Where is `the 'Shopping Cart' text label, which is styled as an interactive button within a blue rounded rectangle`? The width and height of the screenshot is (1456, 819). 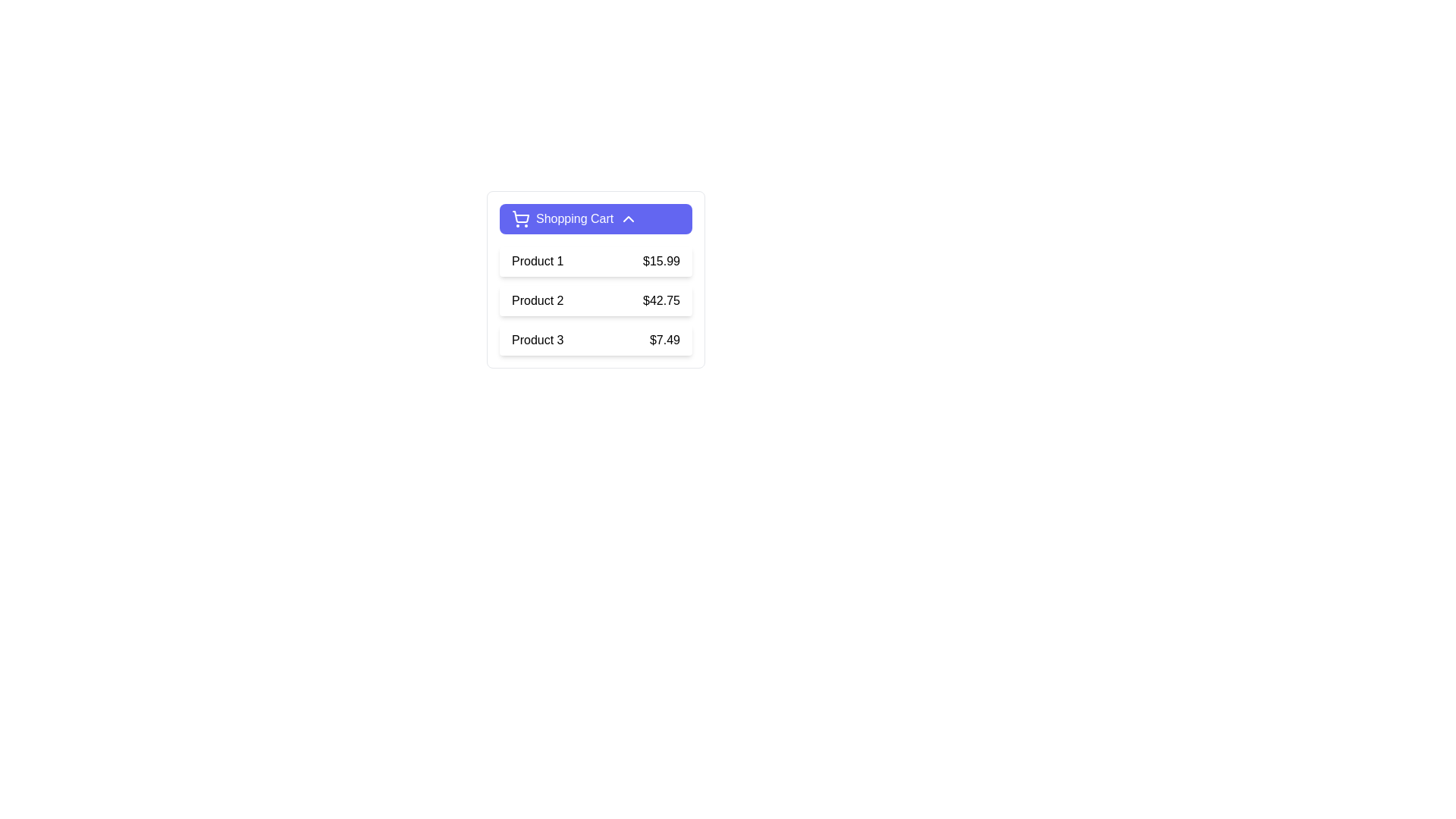
the 'Shopping Cart' text label, which is styled as an interactive button within a blue rounded rectangle is located at coordinates (574, 219).